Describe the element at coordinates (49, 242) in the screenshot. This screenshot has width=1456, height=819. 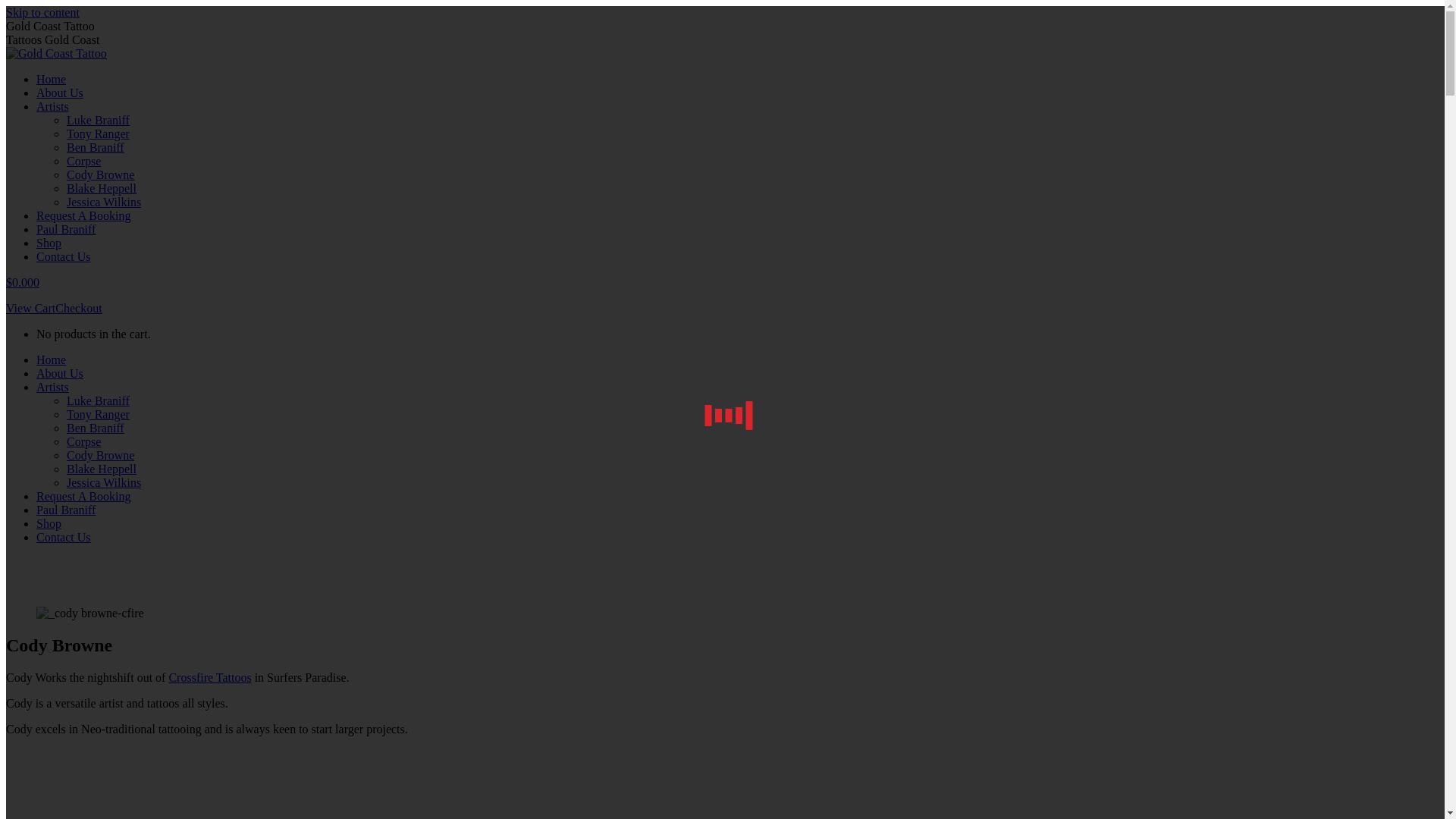
I see `'Shop'` at that location.